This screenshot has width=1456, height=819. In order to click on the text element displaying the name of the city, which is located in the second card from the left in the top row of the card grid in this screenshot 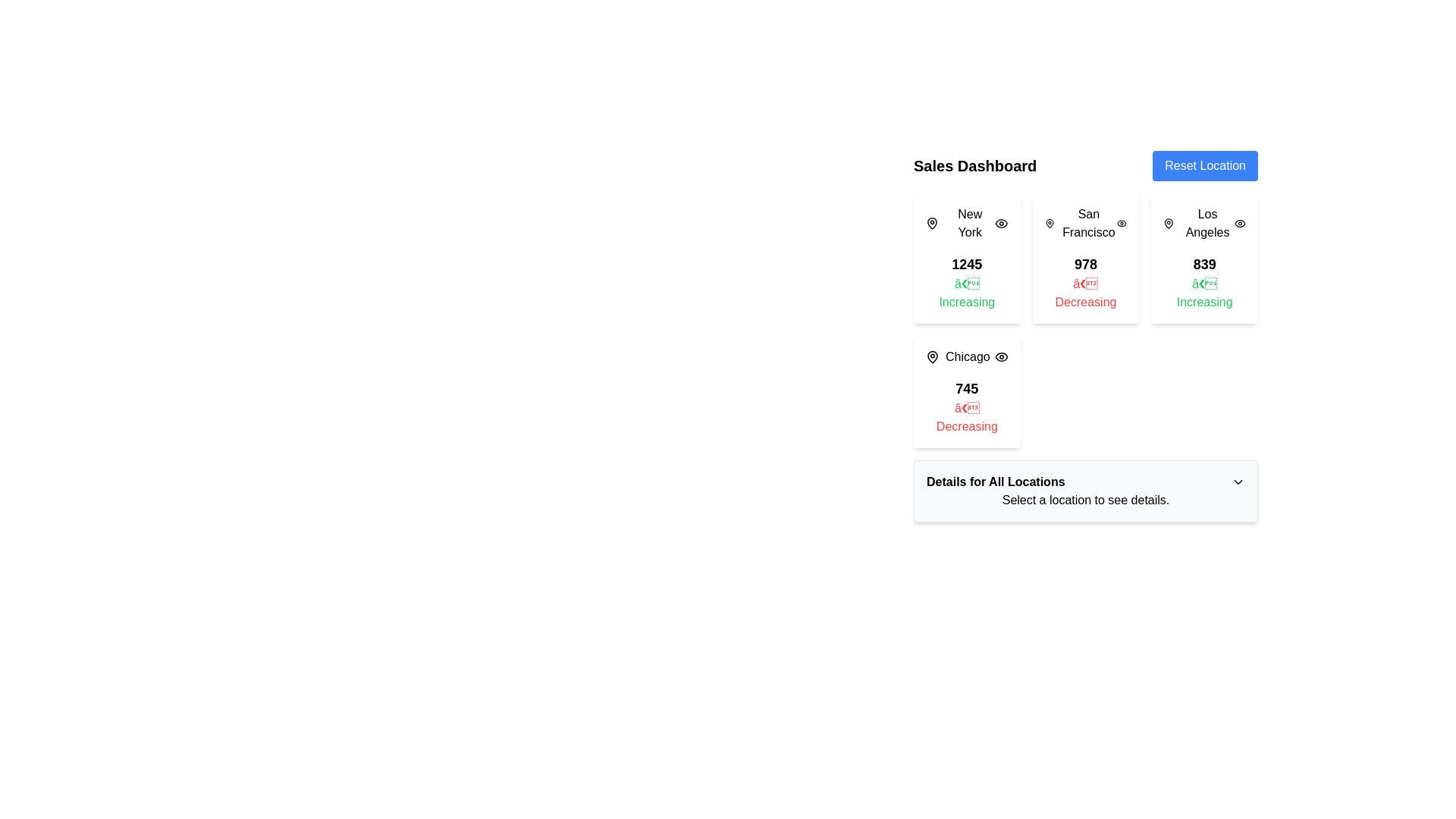, I will do `click(1087, 223)`.